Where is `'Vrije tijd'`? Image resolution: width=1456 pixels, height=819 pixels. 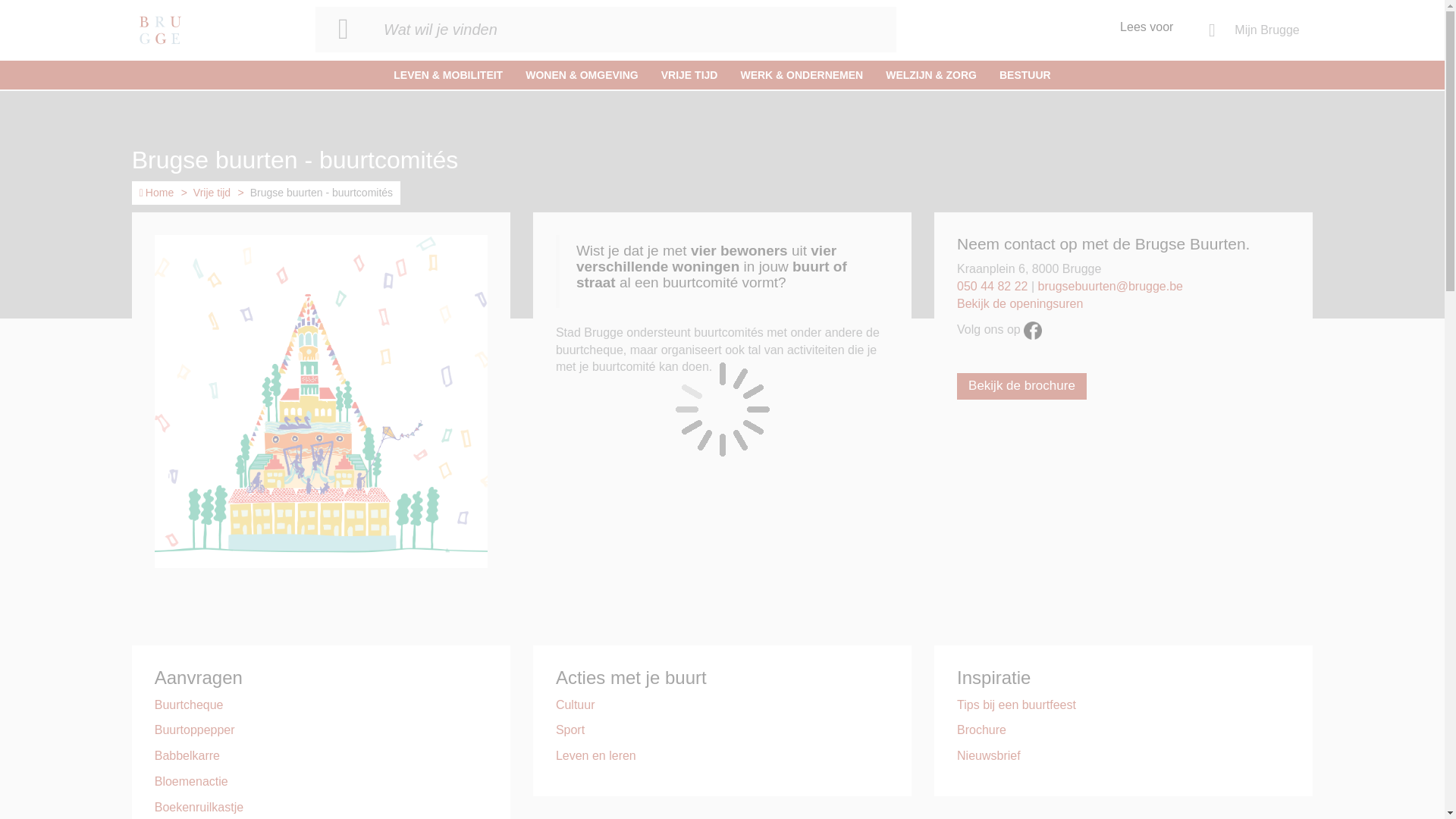 'Vrije tijd' is located at coordinates (211, 192).